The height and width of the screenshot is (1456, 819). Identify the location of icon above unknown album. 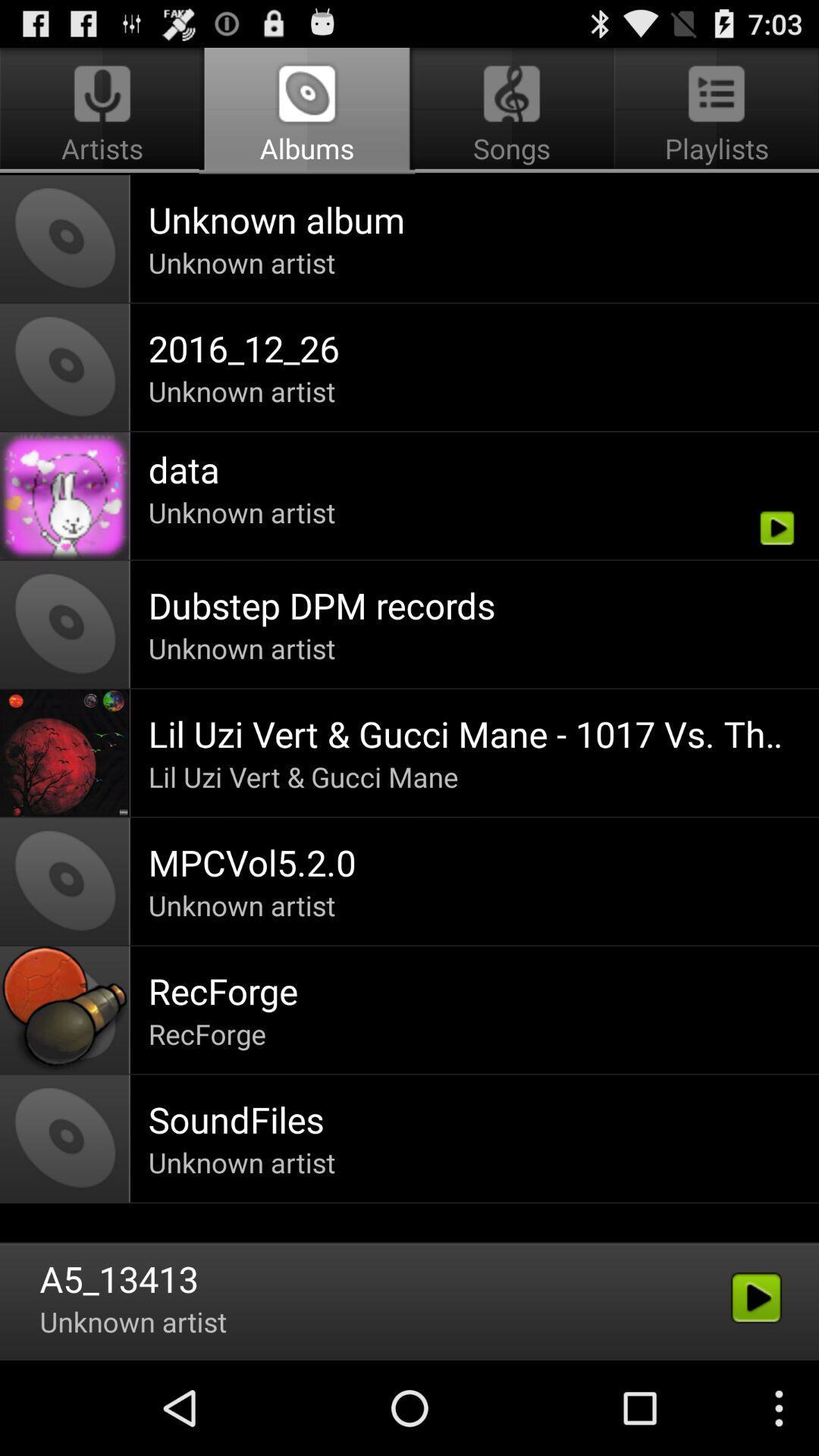
(307, 111).